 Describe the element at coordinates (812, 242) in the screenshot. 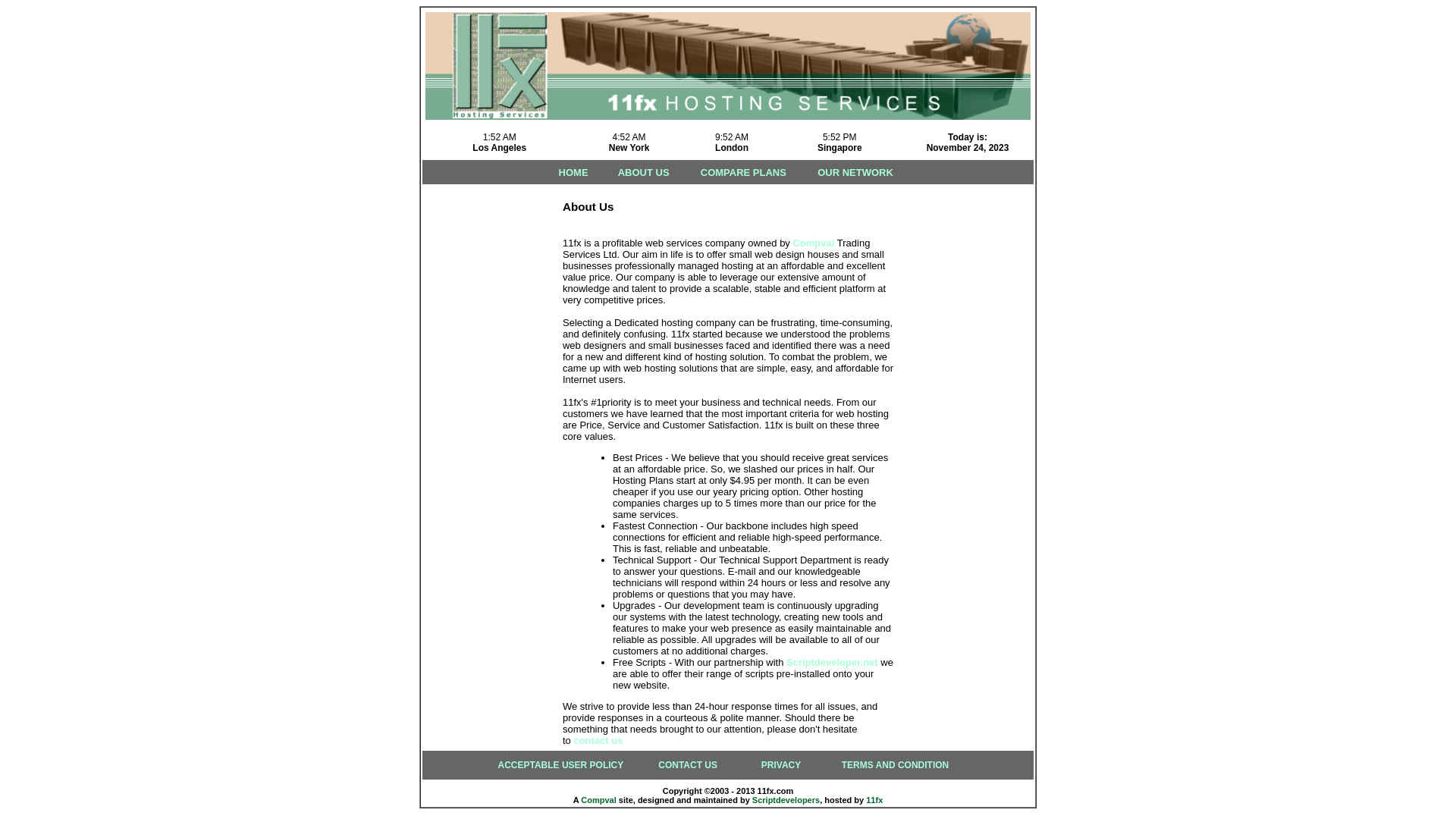

I see `'Compval'` at that location.